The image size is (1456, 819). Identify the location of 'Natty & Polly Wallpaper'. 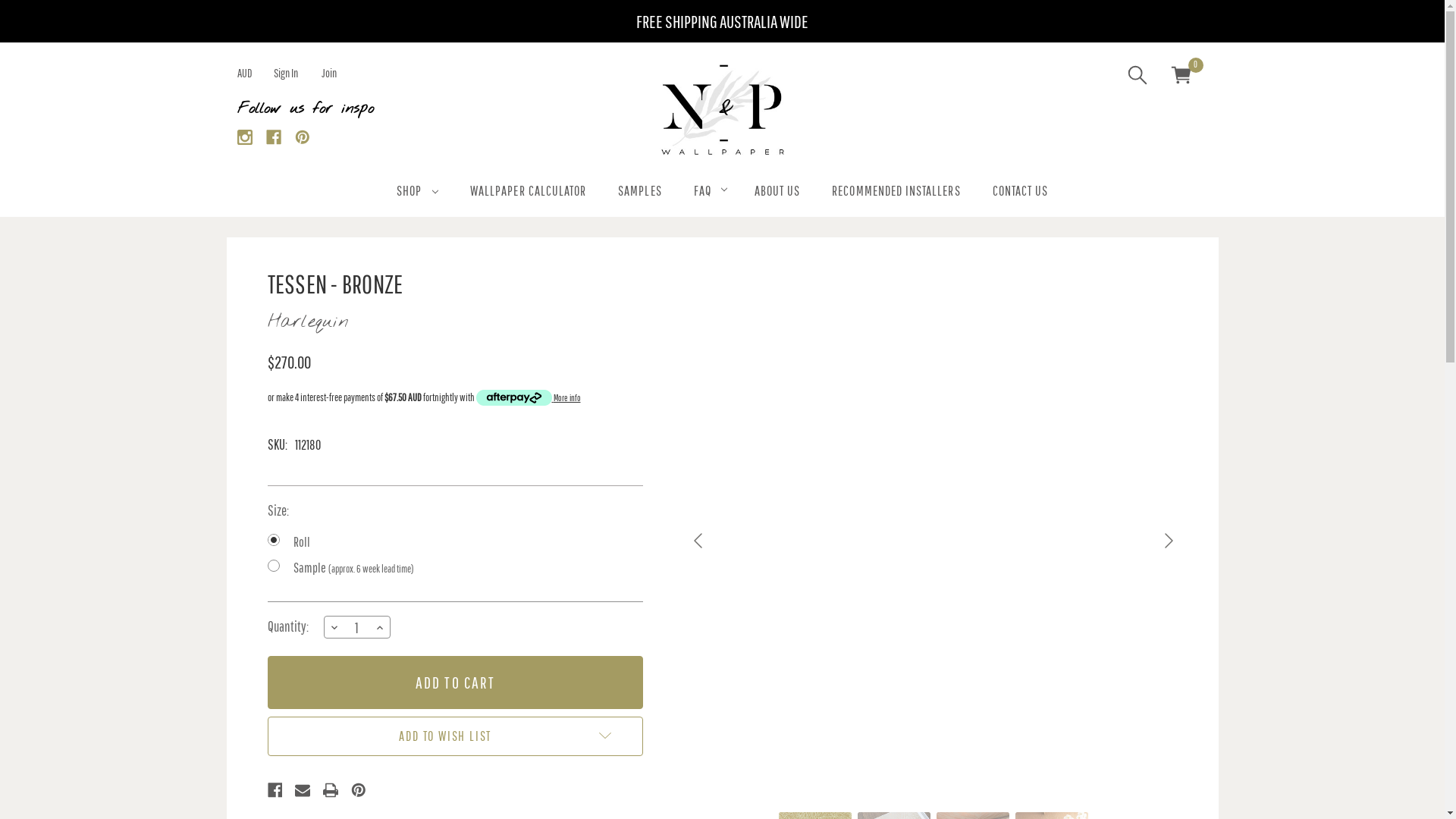
(720, 109).